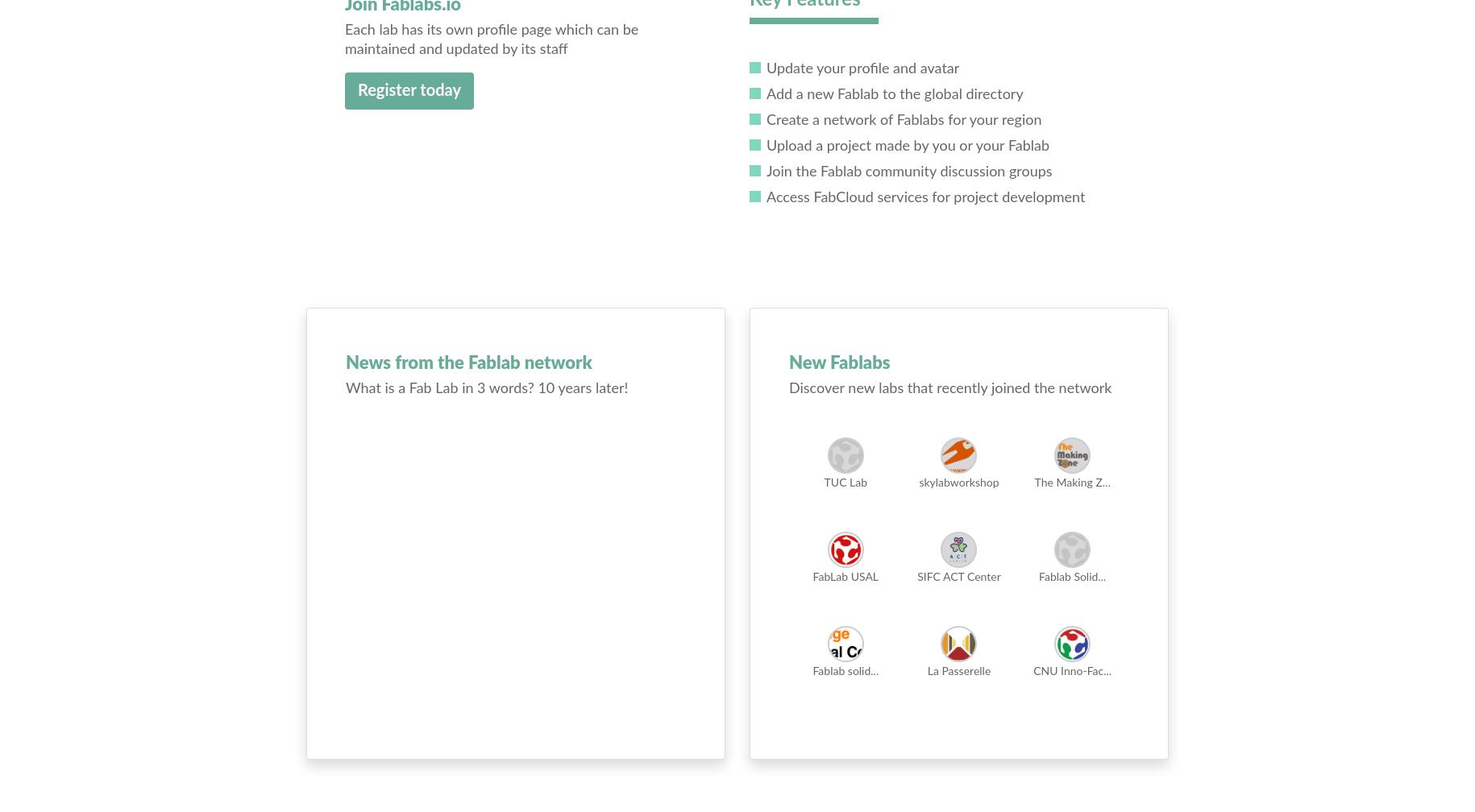 The width and height of the screenshot is (1475, 812). I want to click on 'TUC Lab', so click(845, 483).